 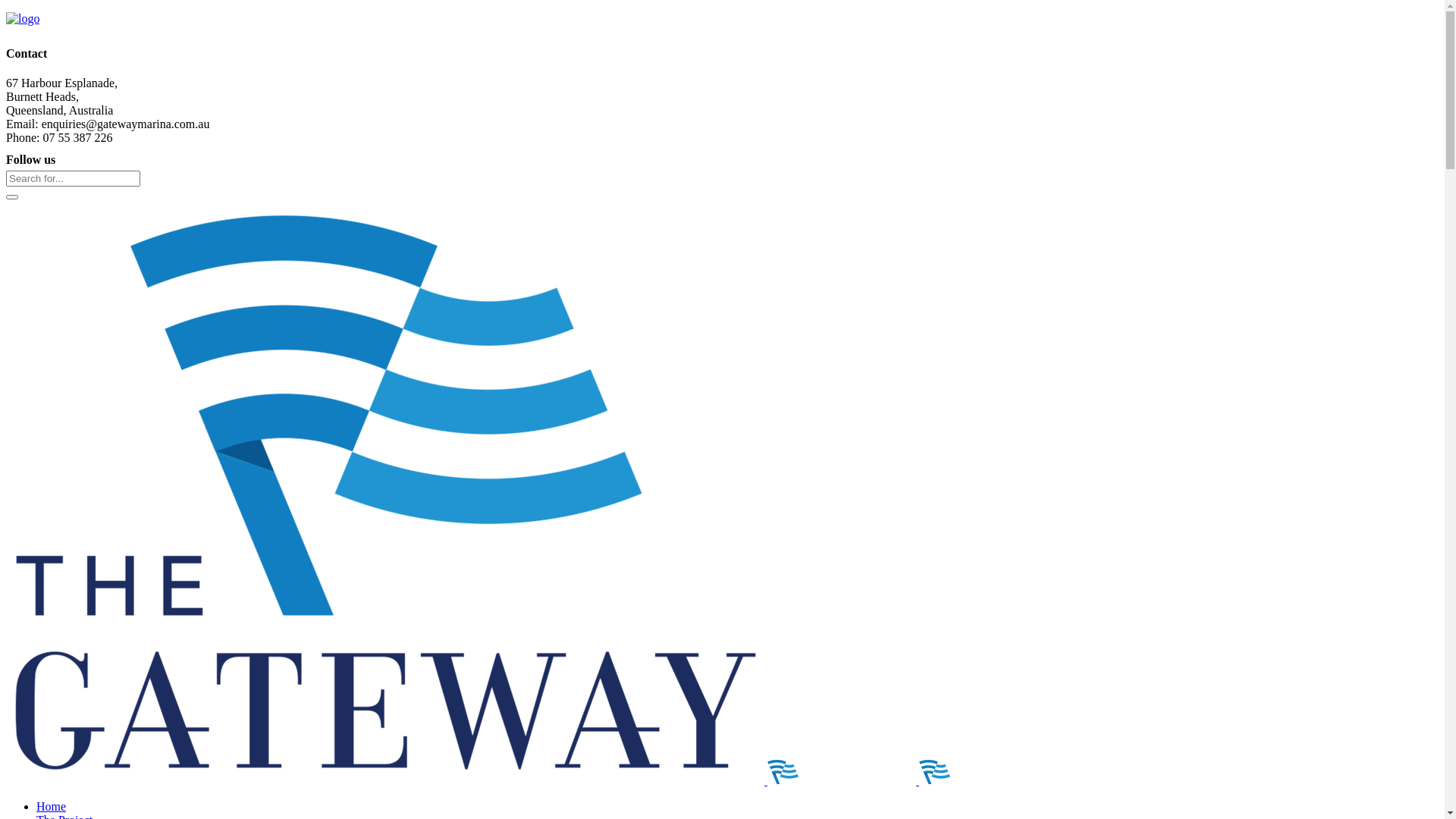 What do you see at coordinates (51, 805) in the screenshot?
I see `'Home'` at bounding box center [51, 805].